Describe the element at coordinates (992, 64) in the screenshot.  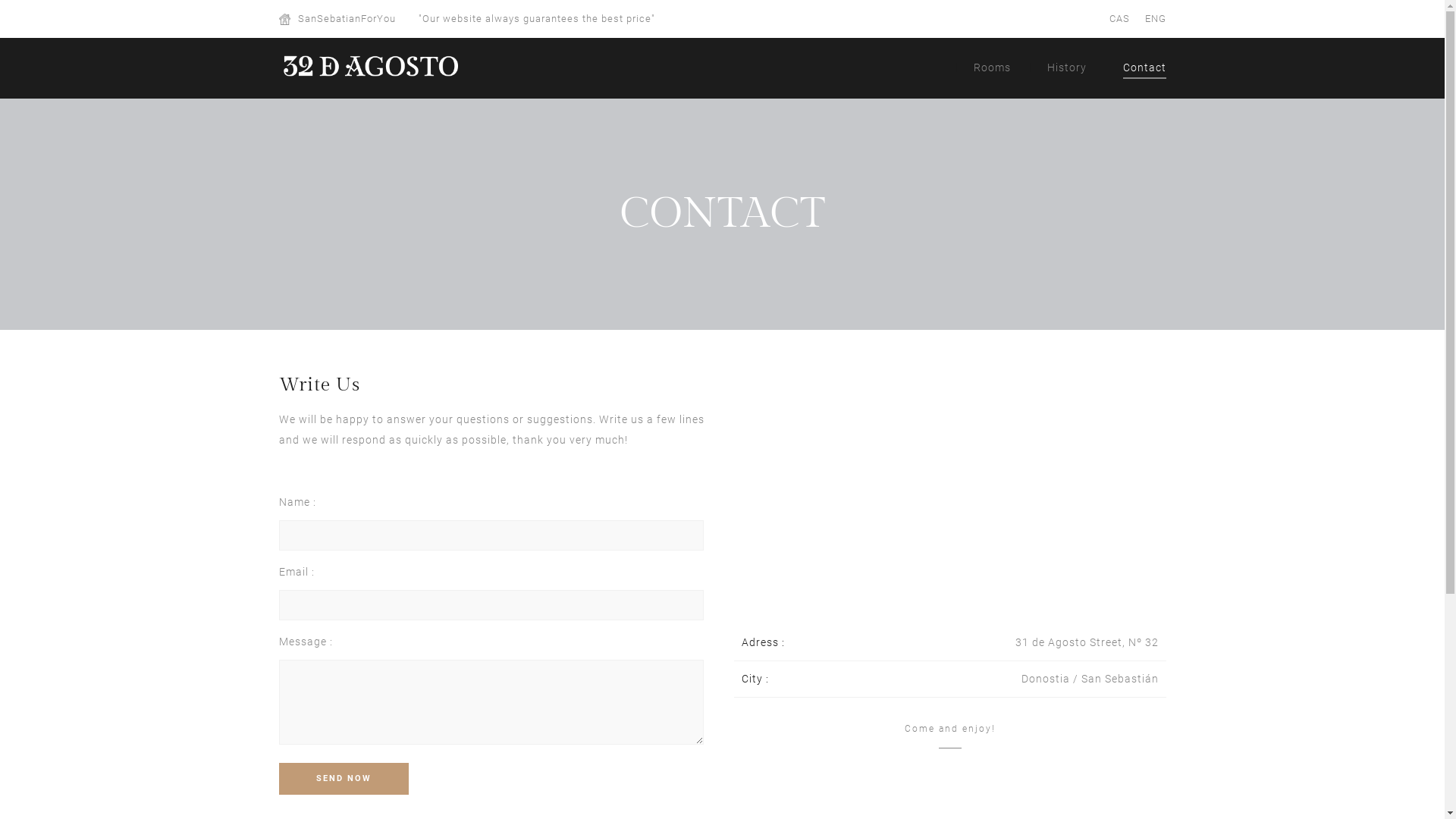
I see `'Rooms'` at that location.